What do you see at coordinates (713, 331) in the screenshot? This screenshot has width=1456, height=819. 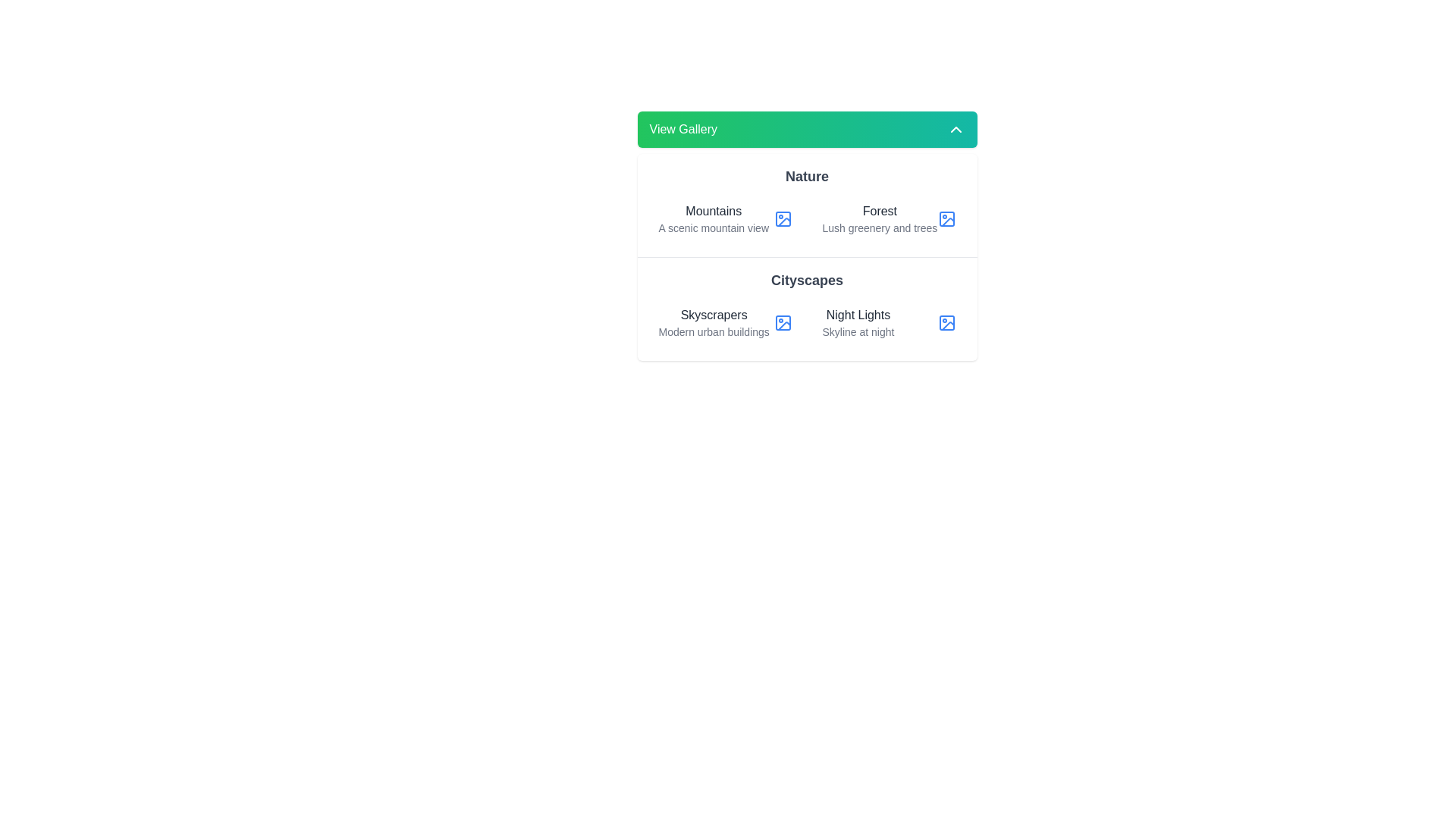 I see `the text label displaying 'Modern urban buildings', which is located at the bottom-left of the 'Cityscapes' section, directly under the bold 'Skyscrapers' text` at bounding box center [713, 331].